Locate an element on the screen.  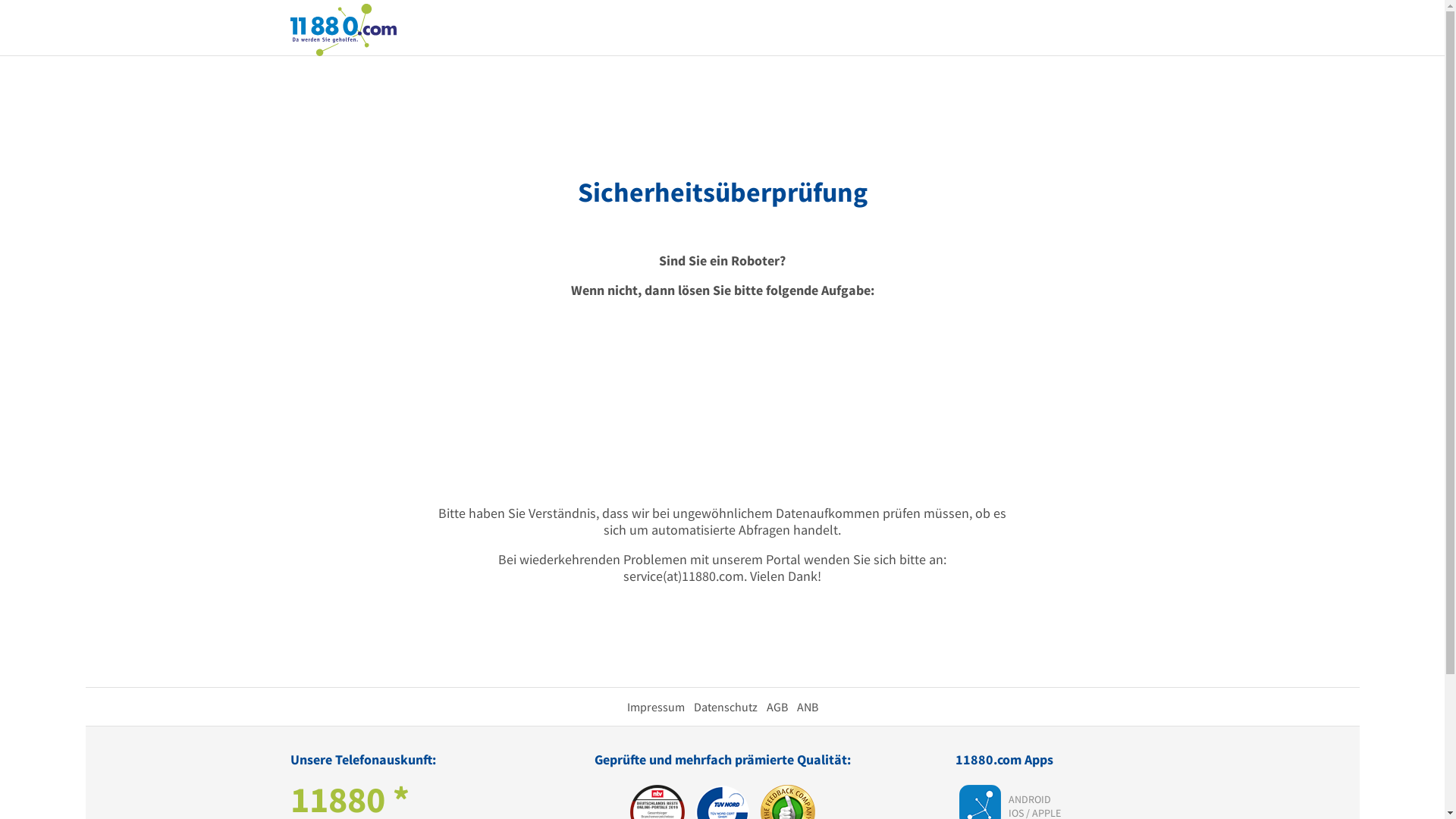
'11880.com' is located at coordinates (341, 28).